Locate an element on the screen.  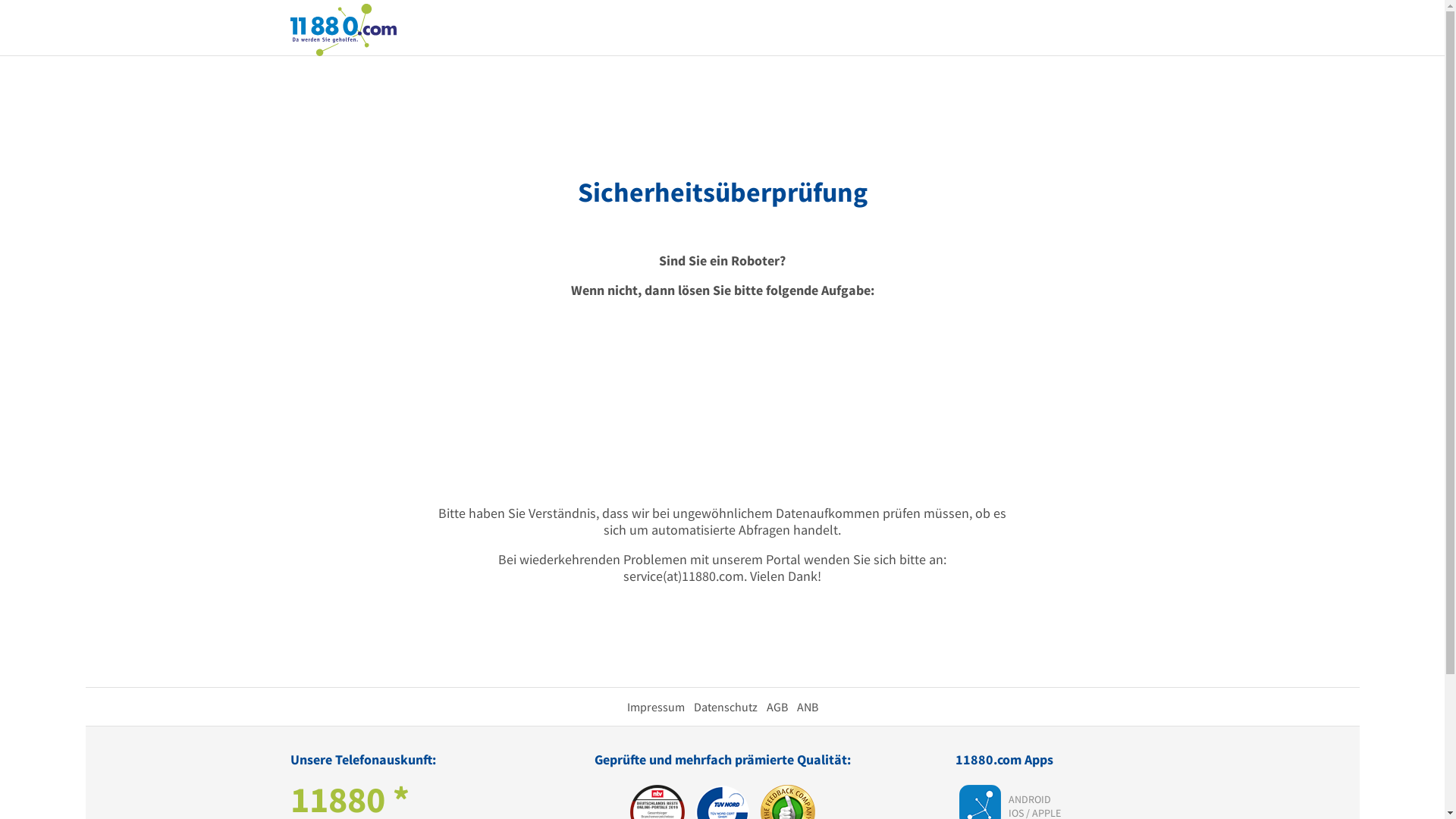
'11880.com' is located at coordinates (341, 28).